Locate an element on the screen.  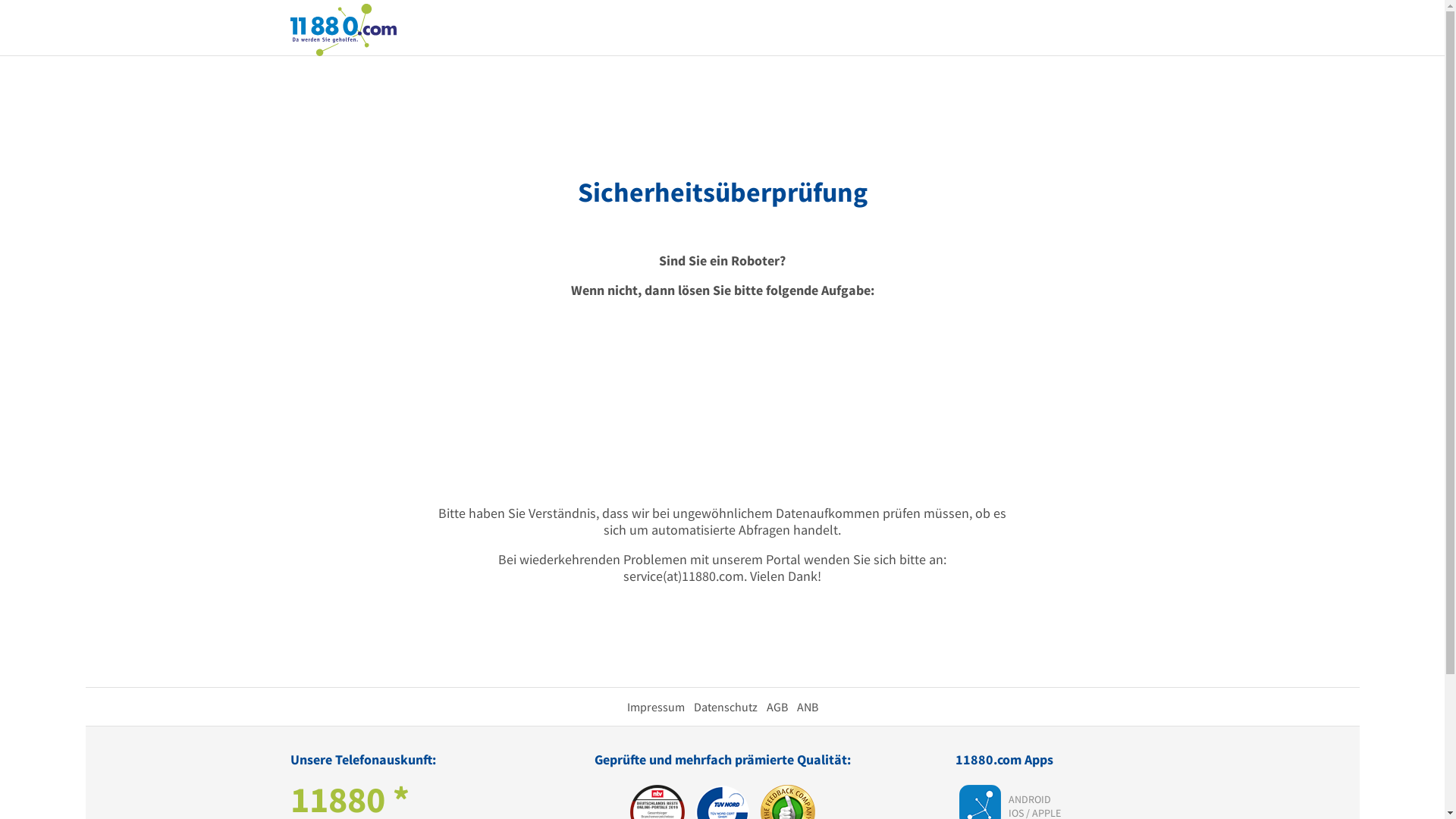
'11880.com' is located at coordinates (341, 28).